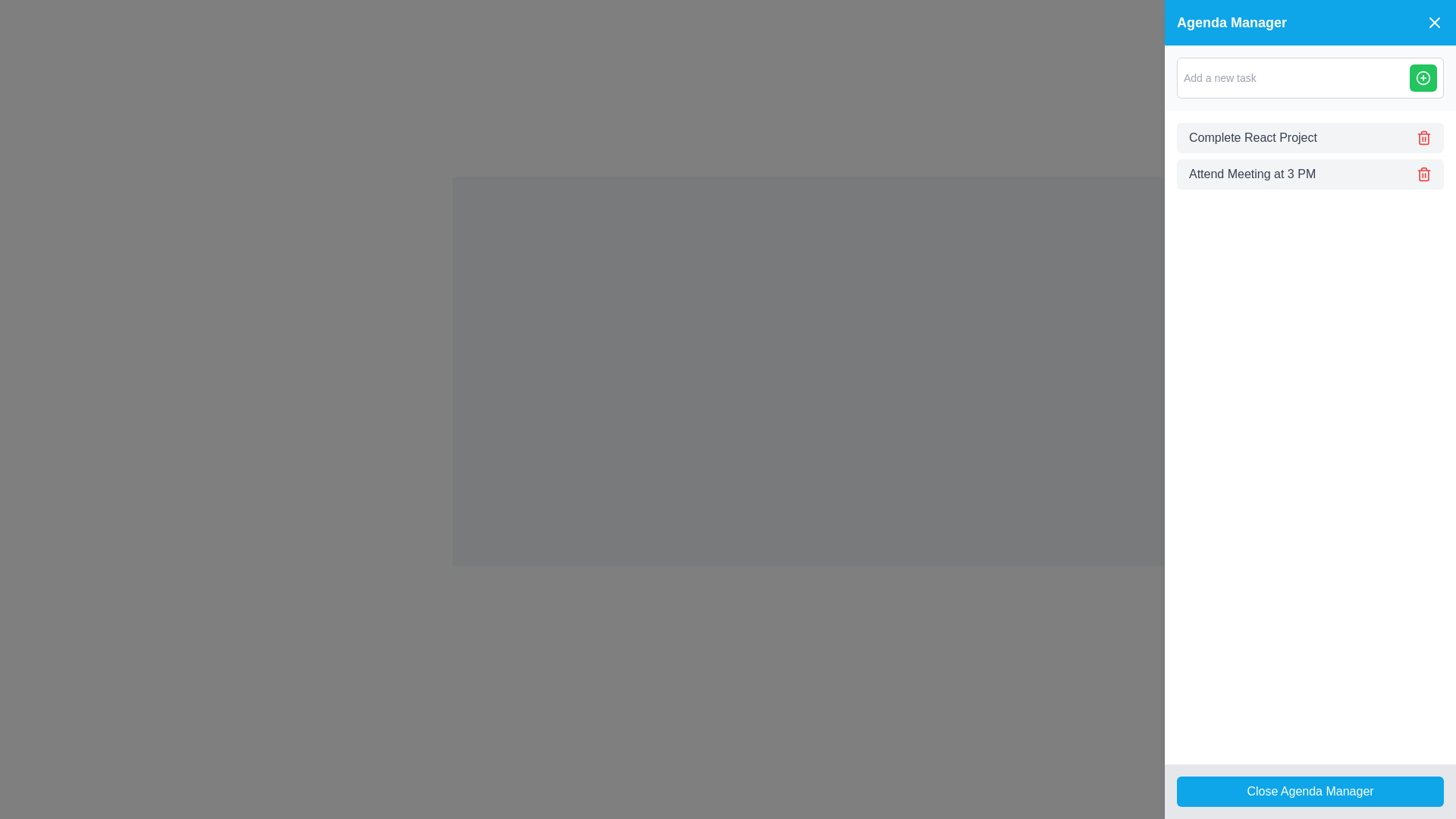 This screenshot has width=1456, height=819. I want to click on the first task item in the 'Agenda Manager' panel, which shows task details like 'Complete React Project', so click(1310, 137).